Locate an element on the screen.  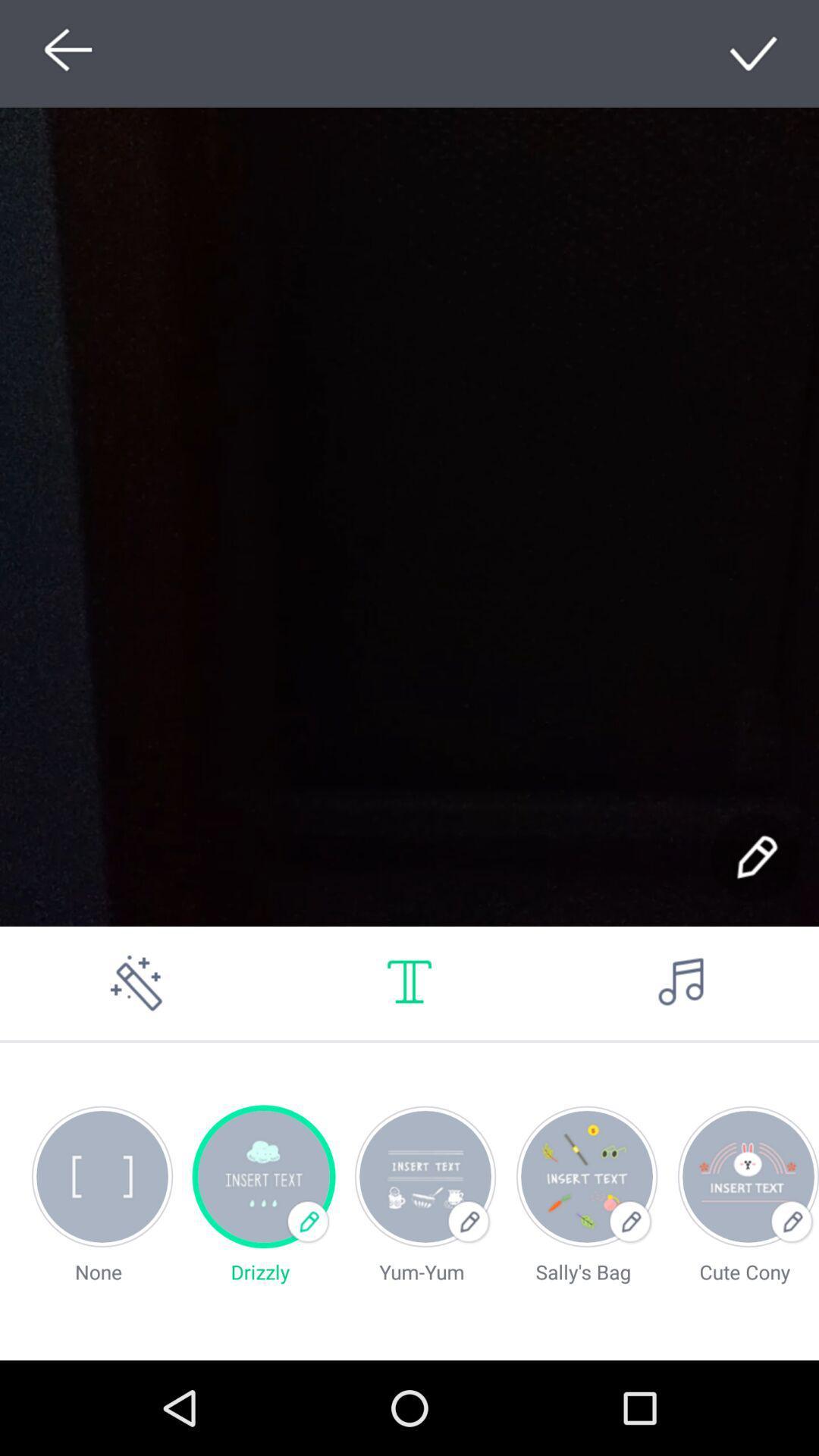
filter option is located at coordinates (136, 983).